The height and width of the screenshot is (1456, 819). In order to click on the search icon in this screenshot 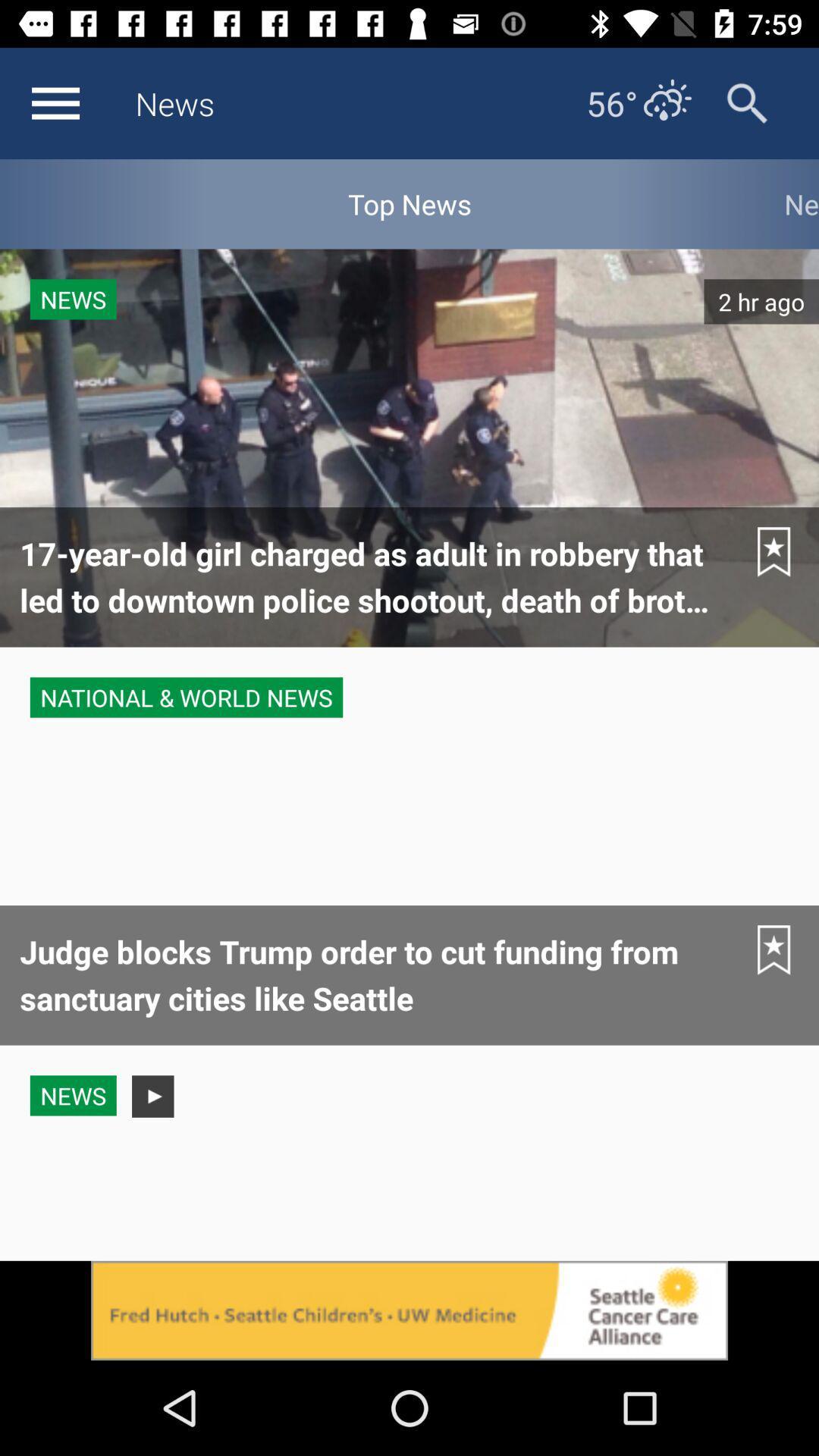, I will do `click(746, 102)`.